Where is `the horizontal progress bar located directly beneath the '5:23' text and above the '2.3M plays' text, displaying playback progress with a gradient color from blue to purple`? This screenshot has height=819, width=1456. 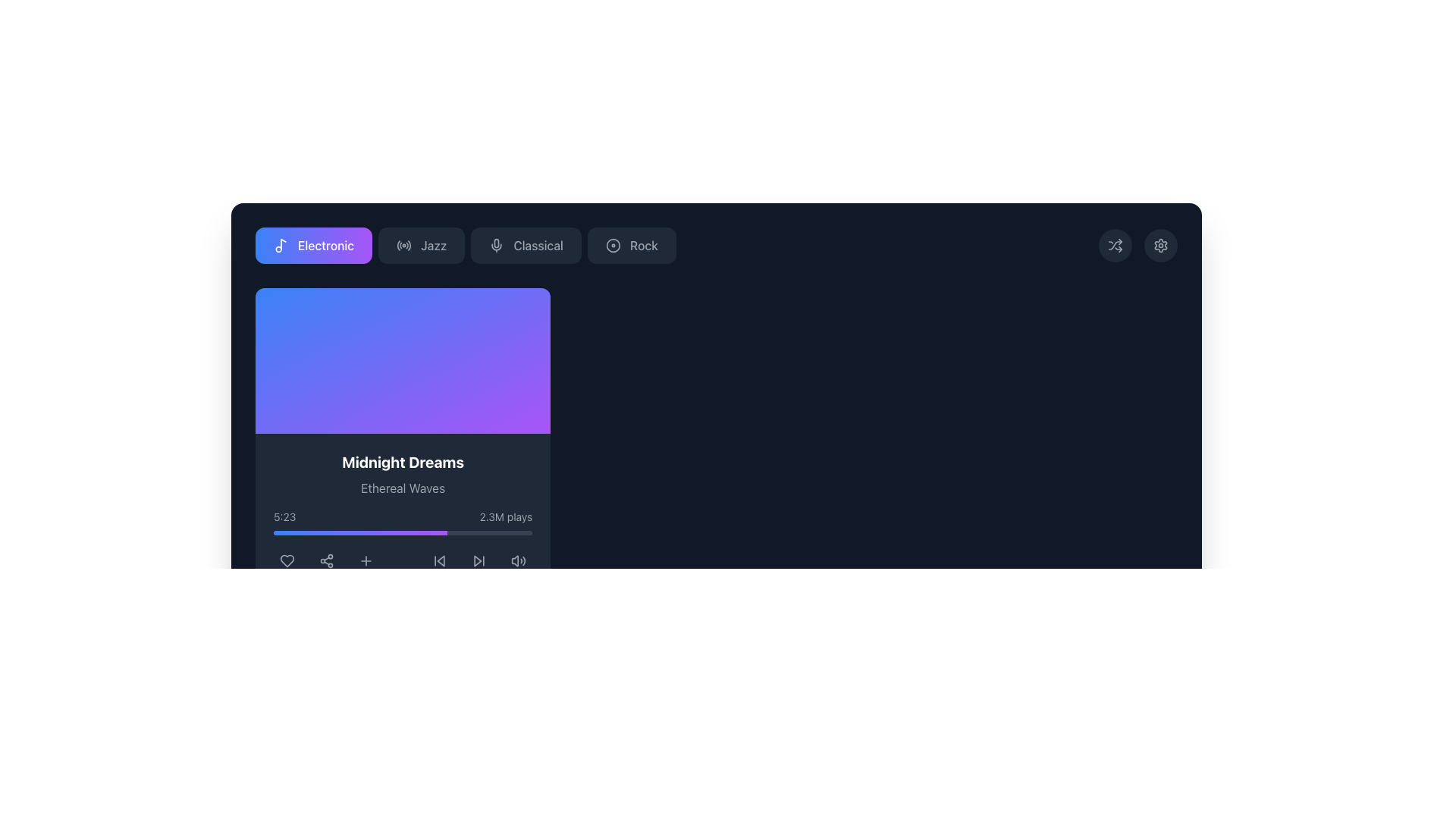 the horizontal progress bar located directly beneath the '5:23' text and above the '2.3M plays' text, displaying playback progress with a gradient color from blue to purple is located at coordinates (403, 532).